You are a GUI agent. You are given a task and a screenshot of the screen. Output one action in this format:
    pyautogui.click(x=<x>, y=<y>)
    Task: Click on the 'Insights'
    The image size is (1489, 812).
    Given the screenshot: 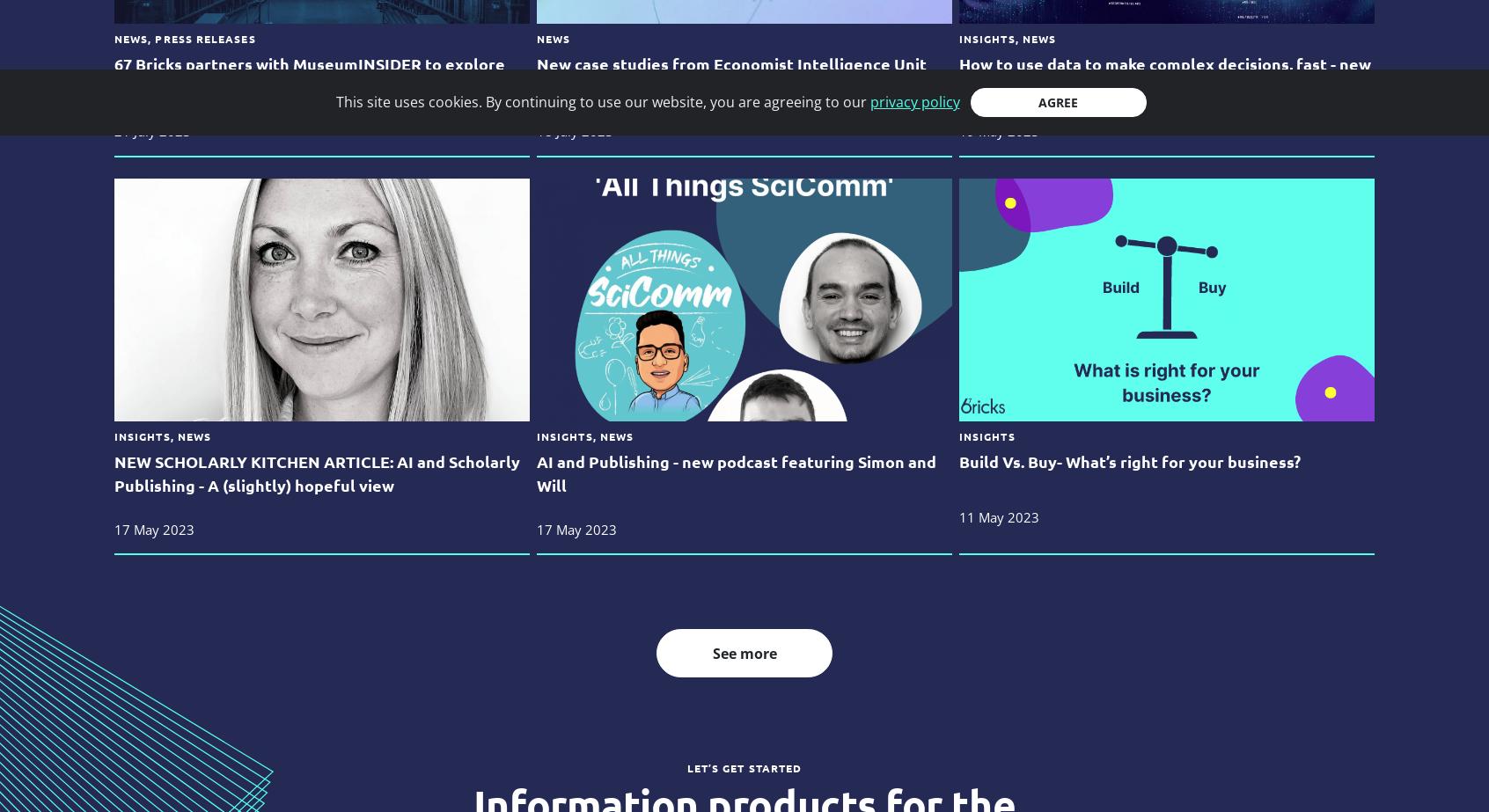 What is the action you would take?
    pyautogui.click(x=986, y=435)
    